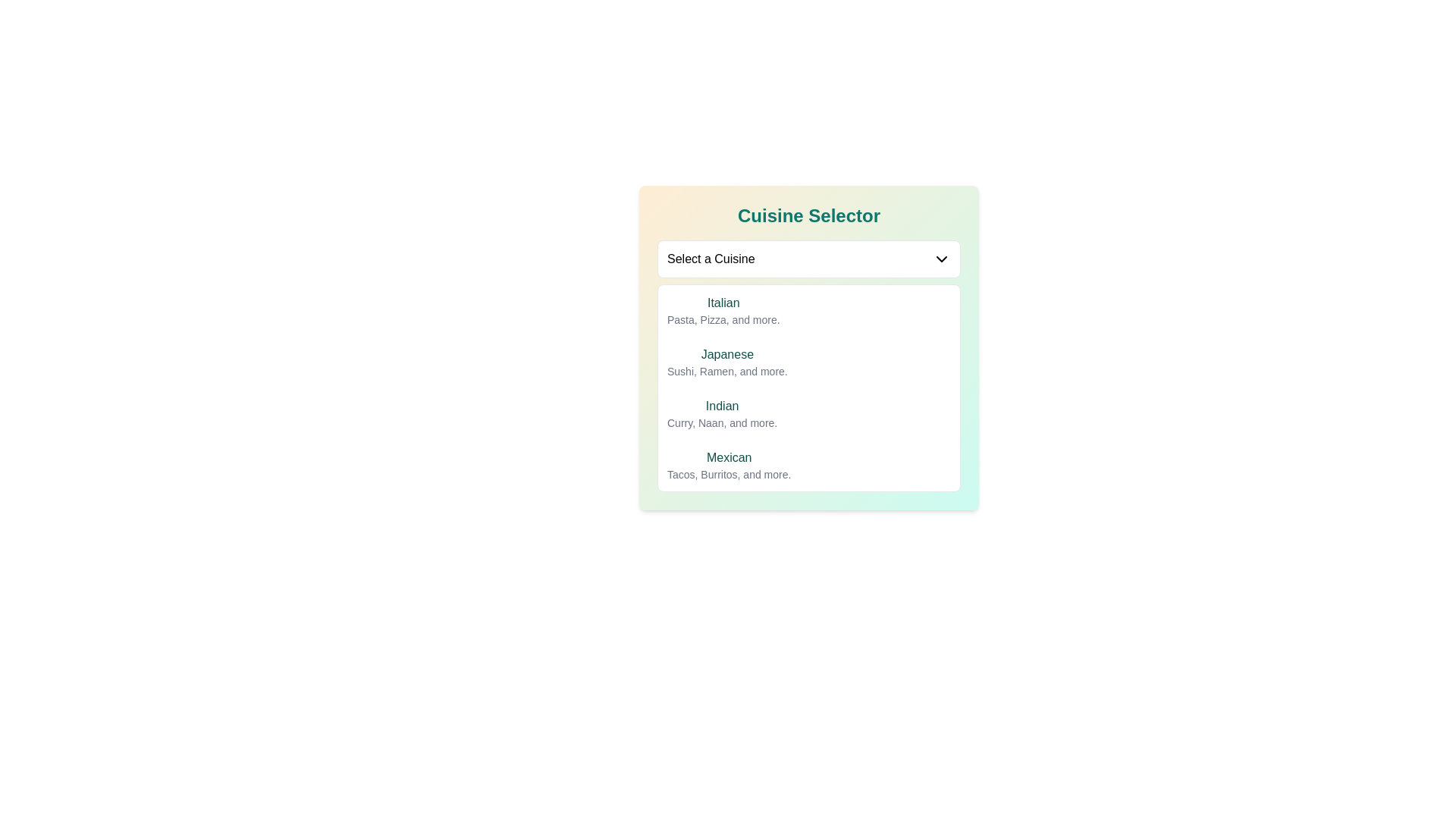  What do you see at coordinates (808, 309) in the screenshot?
I see `the first list item displaying 'Italian' in the Cuisine Selector` at bounding box center [808, 309].